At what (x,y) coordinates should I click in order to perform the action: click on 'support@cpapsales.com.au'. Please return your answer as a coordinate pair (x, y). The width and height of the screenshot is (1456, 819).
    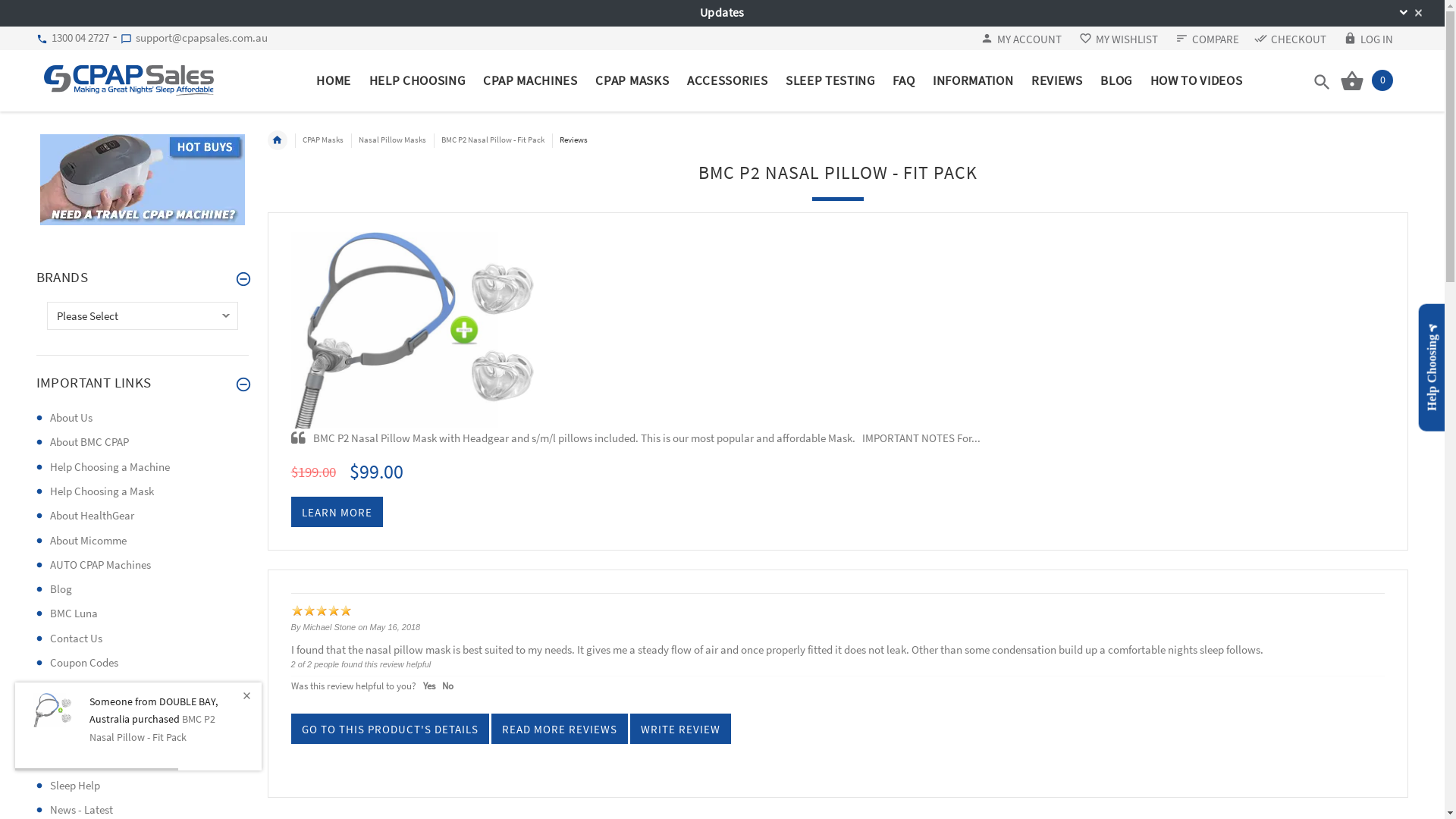
    Looking at the image, I should click on (199, 36).